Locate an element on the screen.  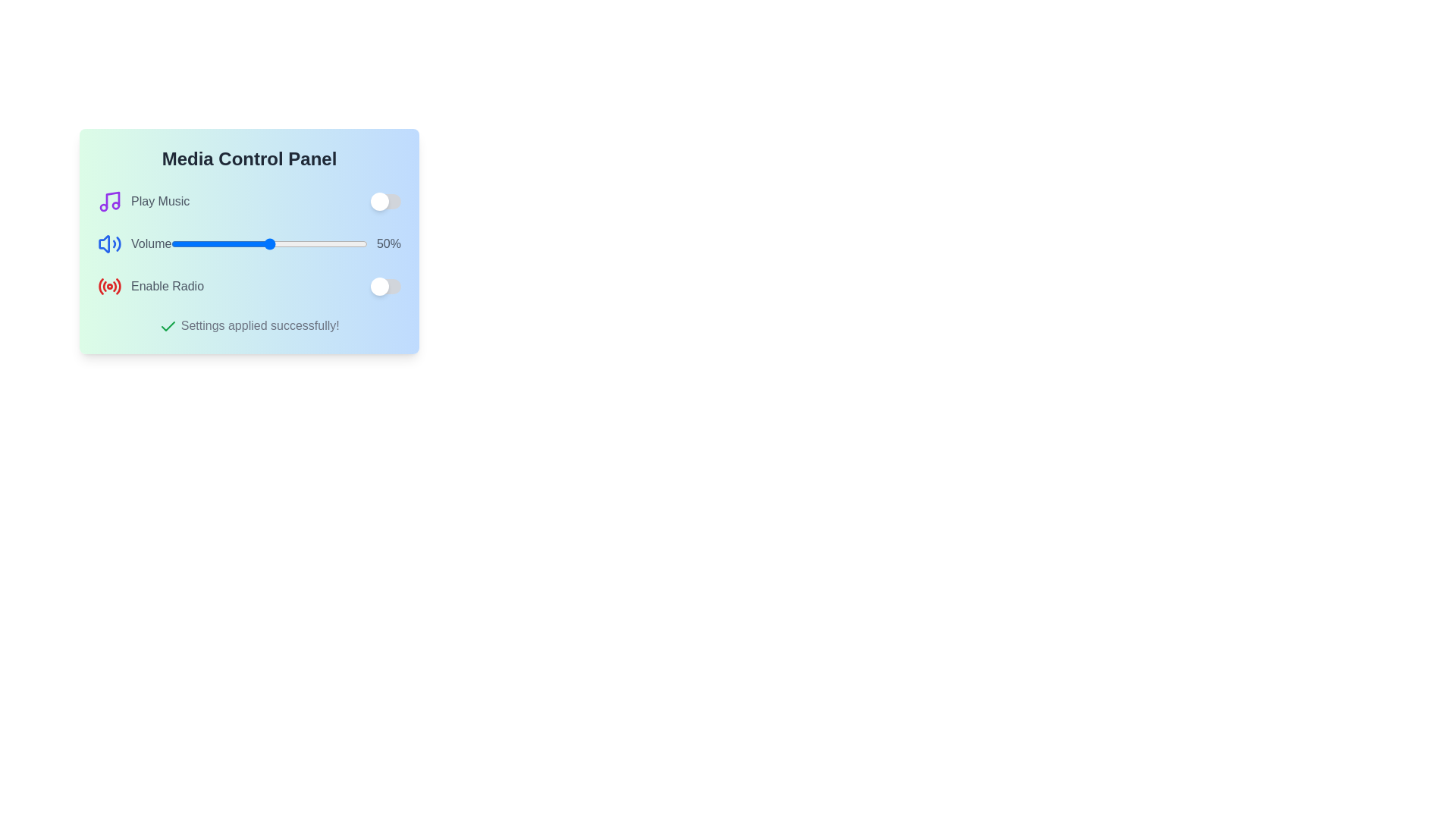
the decorative 'Play Music' icon located at the far left of the control panel is located at coordinates (108, 201).